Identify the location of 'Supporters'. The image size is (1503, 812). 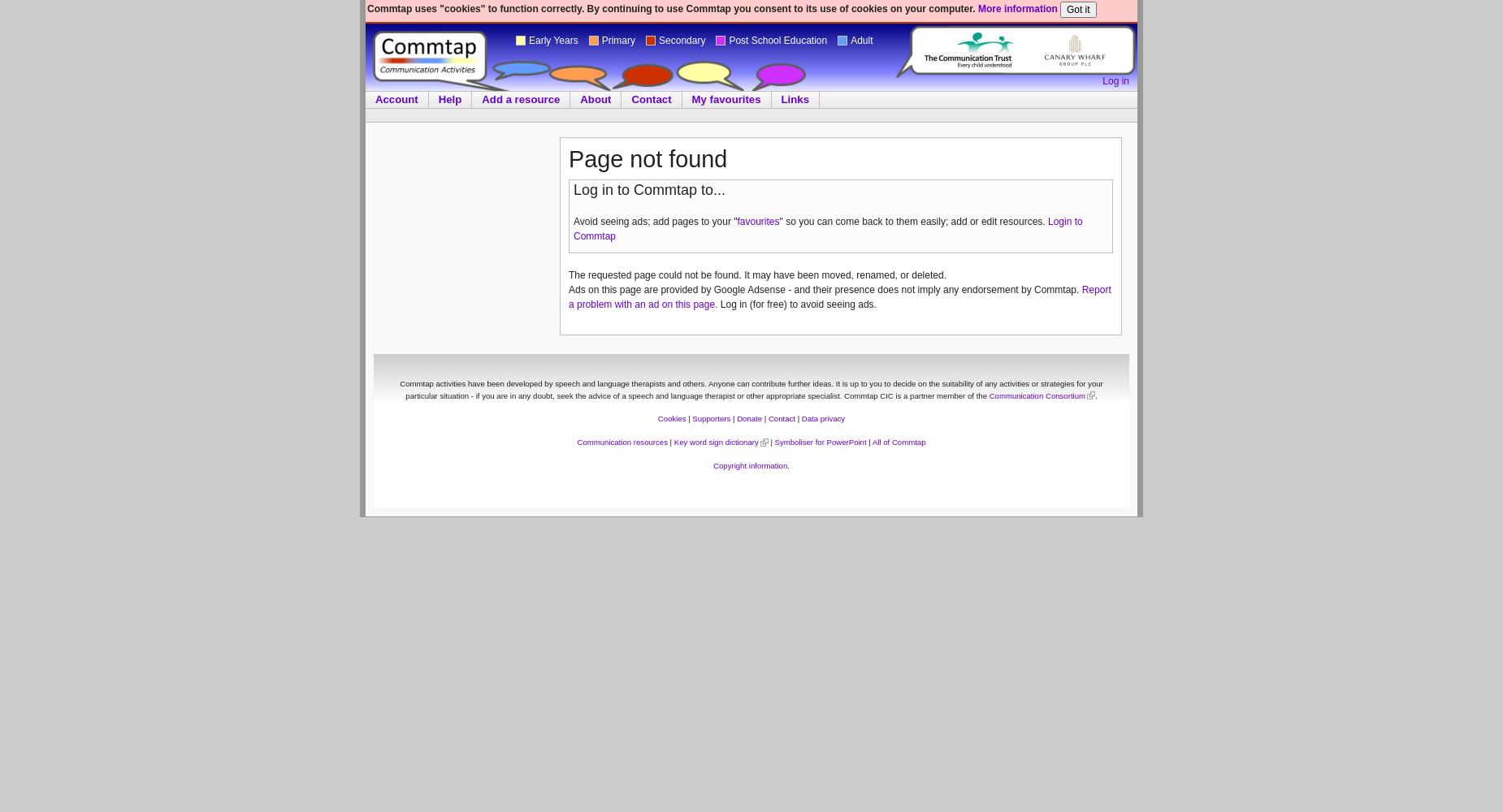
(691, 418).